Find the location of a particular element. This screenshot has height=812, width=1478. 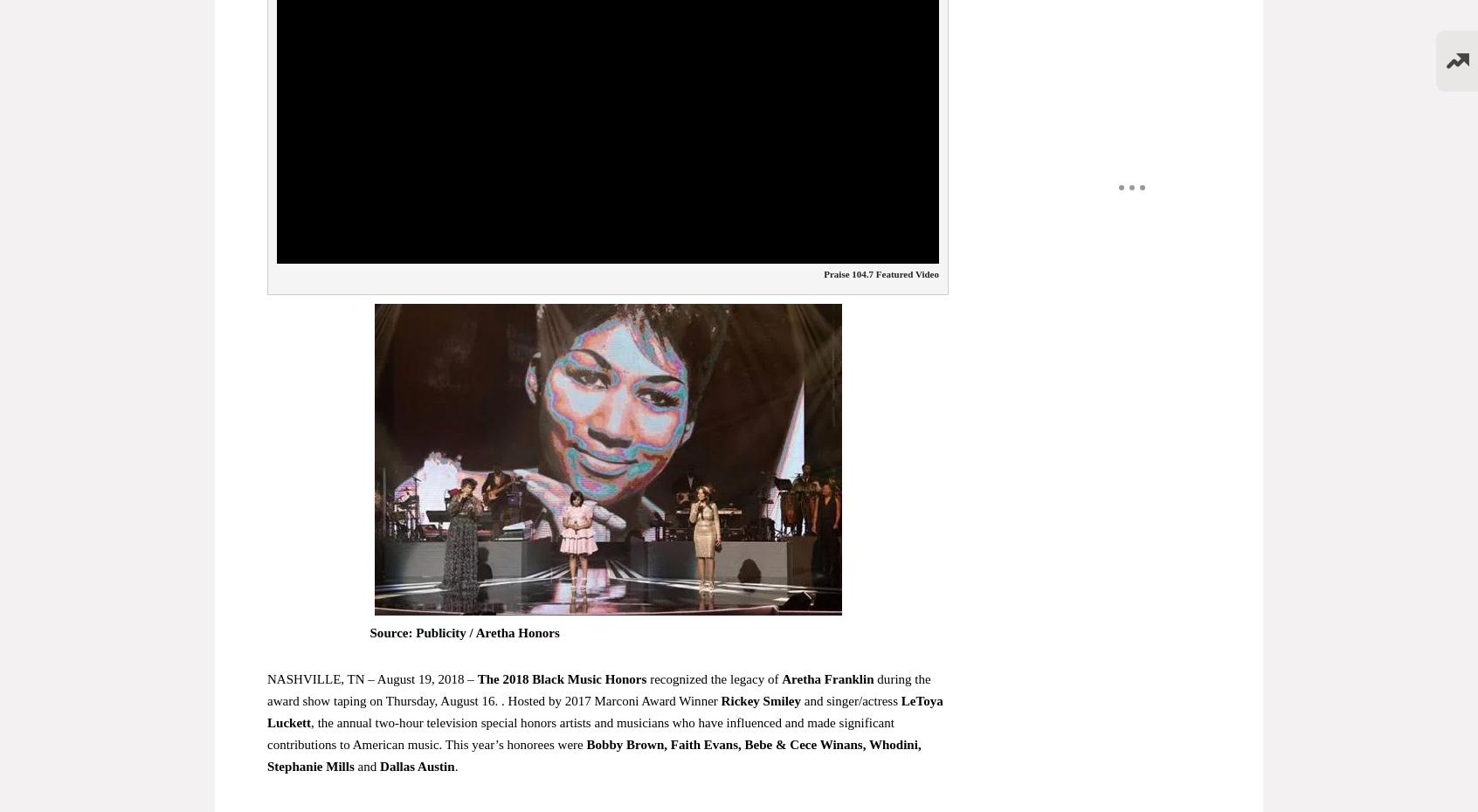

'.' is located at coordinates (453, 765).